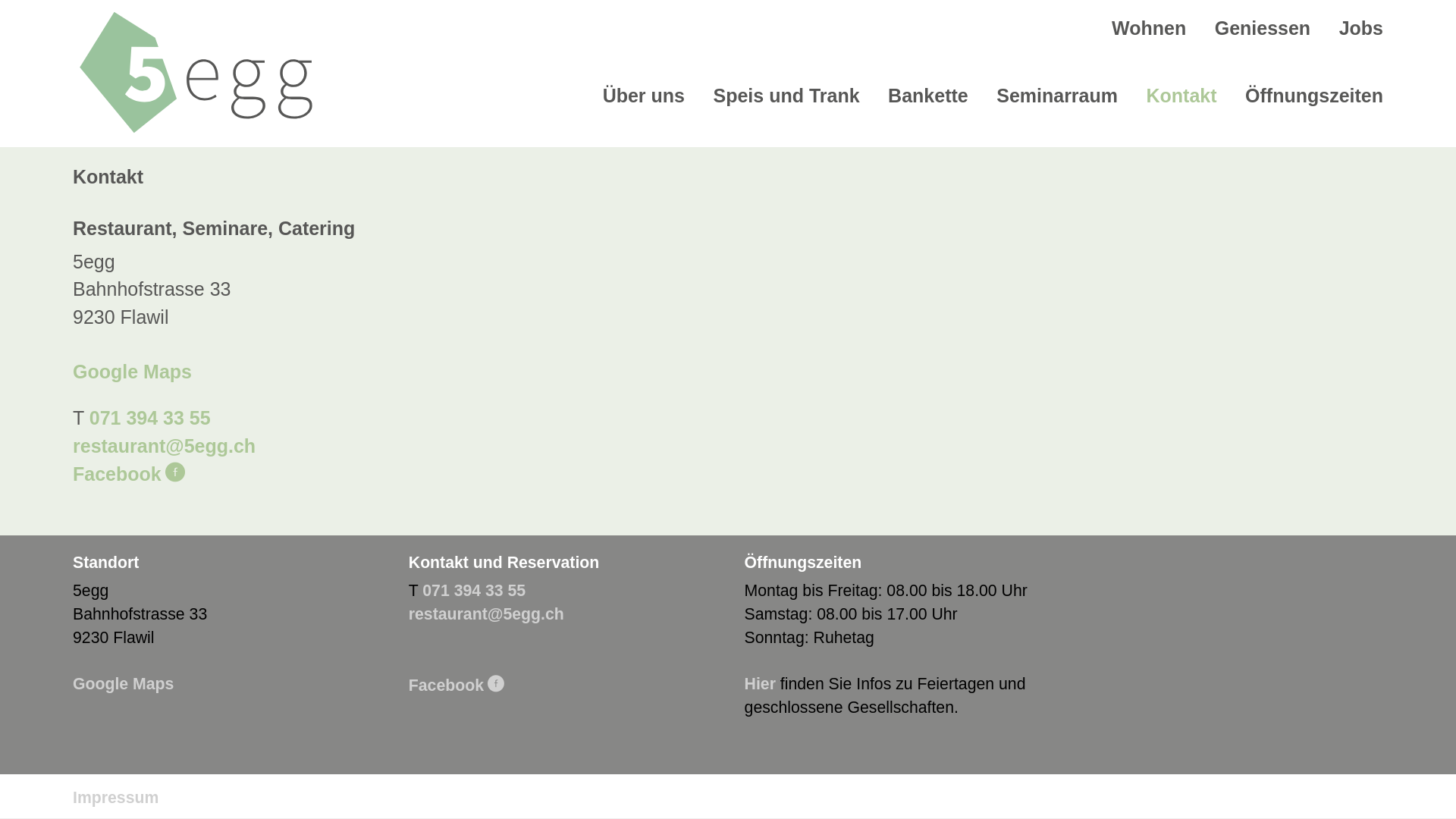  What do you see at coordinates (115, 797) in the screenshot?
I see `'Impressum'` at bounding box center [115, 797].